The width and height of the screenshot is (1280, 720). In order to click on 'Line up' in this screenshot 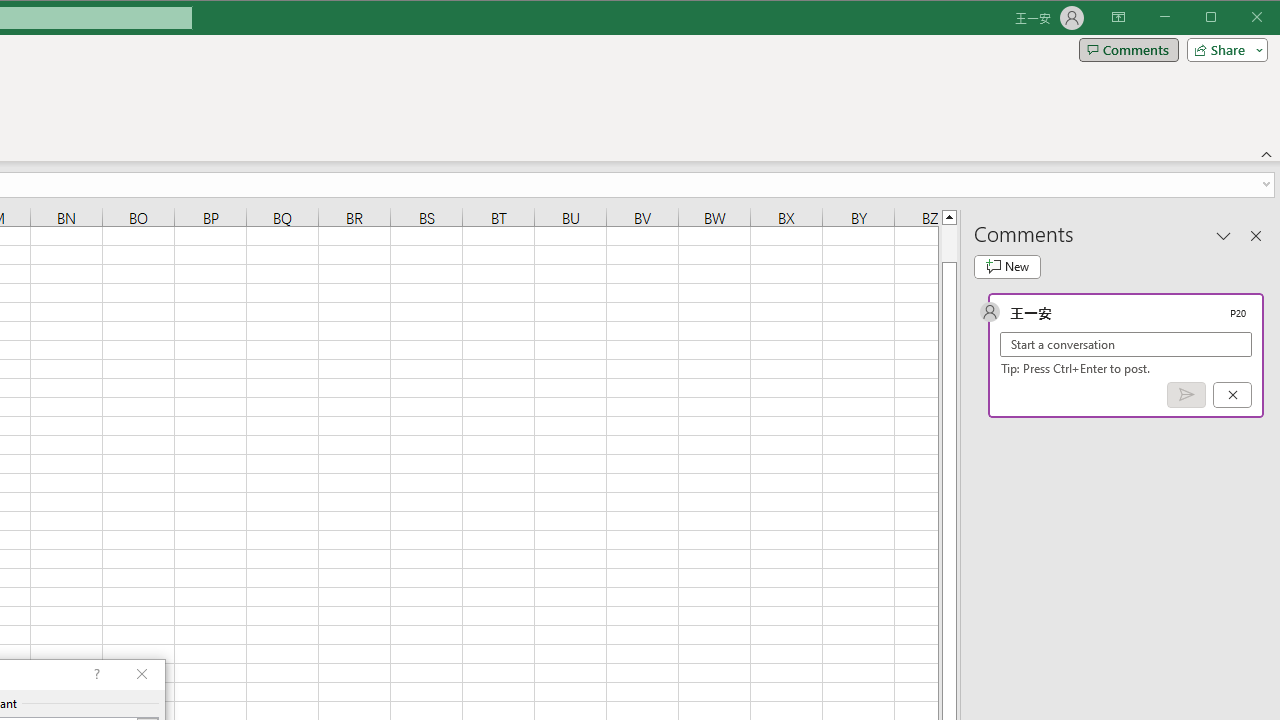, I will do `click(948, 216)`.